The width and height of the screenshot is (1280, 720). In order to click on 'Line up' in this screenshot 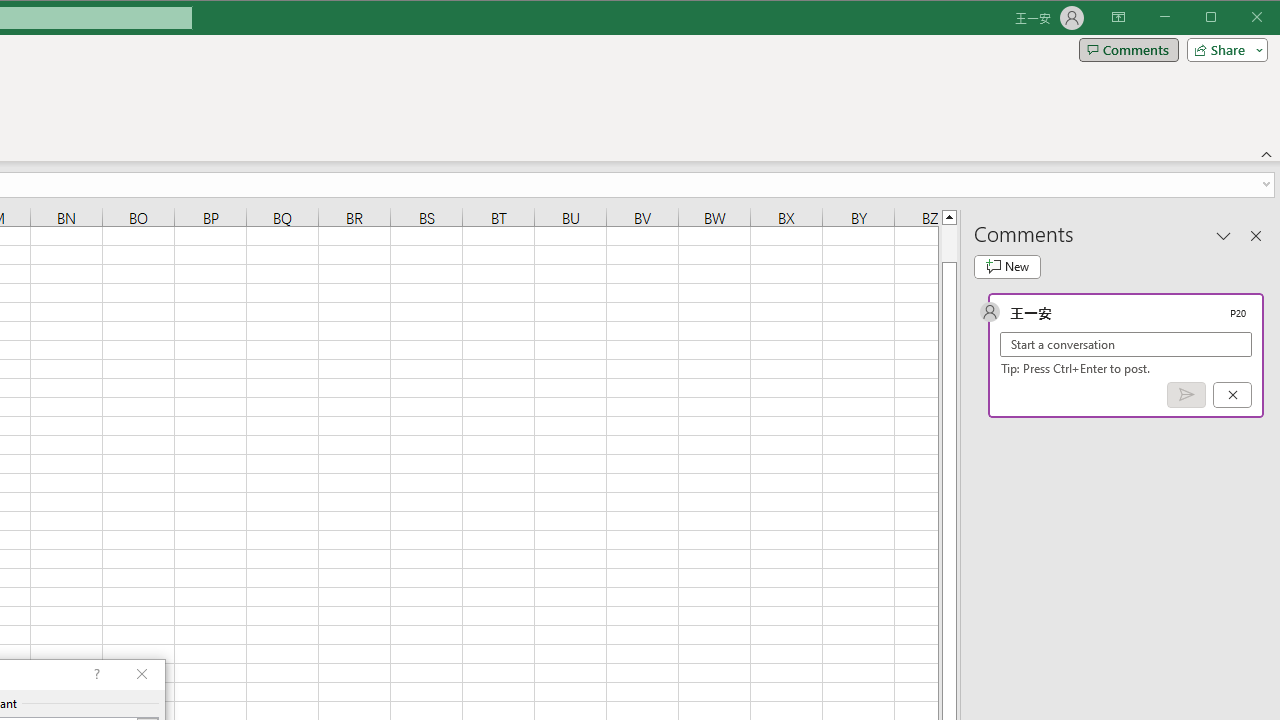, I will do `click(948, 216)`.